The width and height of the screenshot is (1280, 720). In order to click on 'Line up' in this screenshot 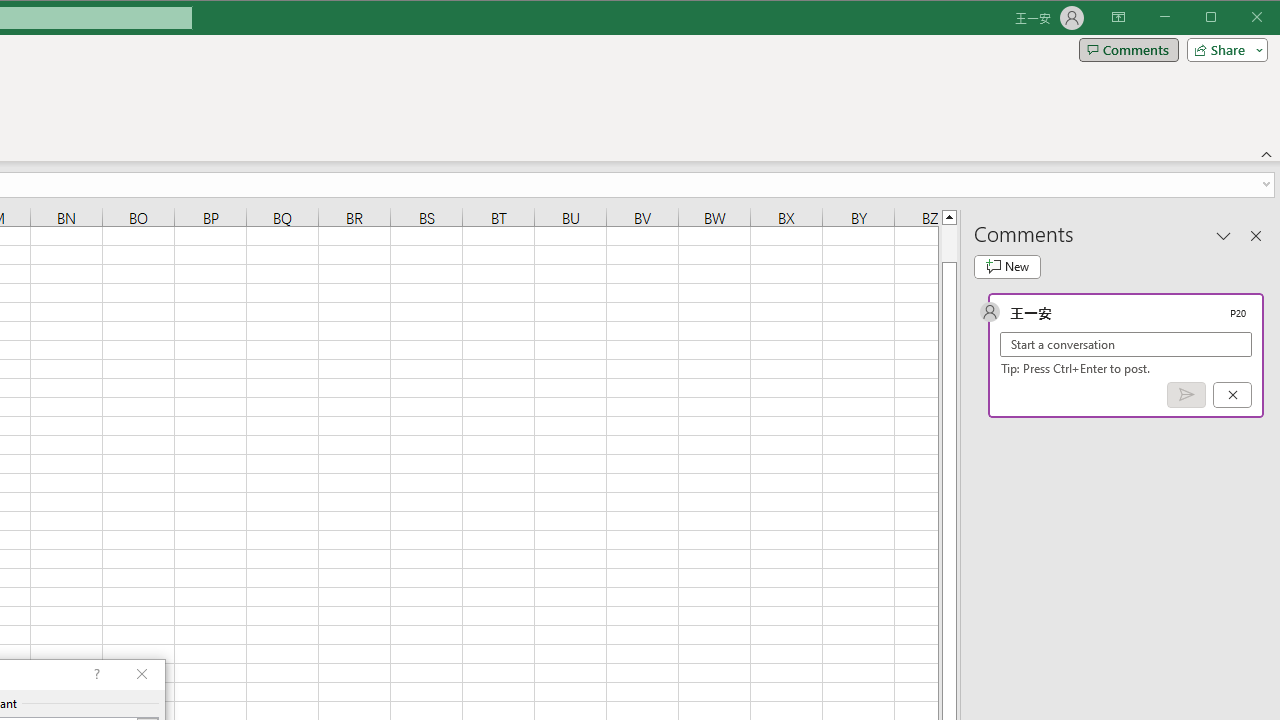, I will do `click(948, 216)`.